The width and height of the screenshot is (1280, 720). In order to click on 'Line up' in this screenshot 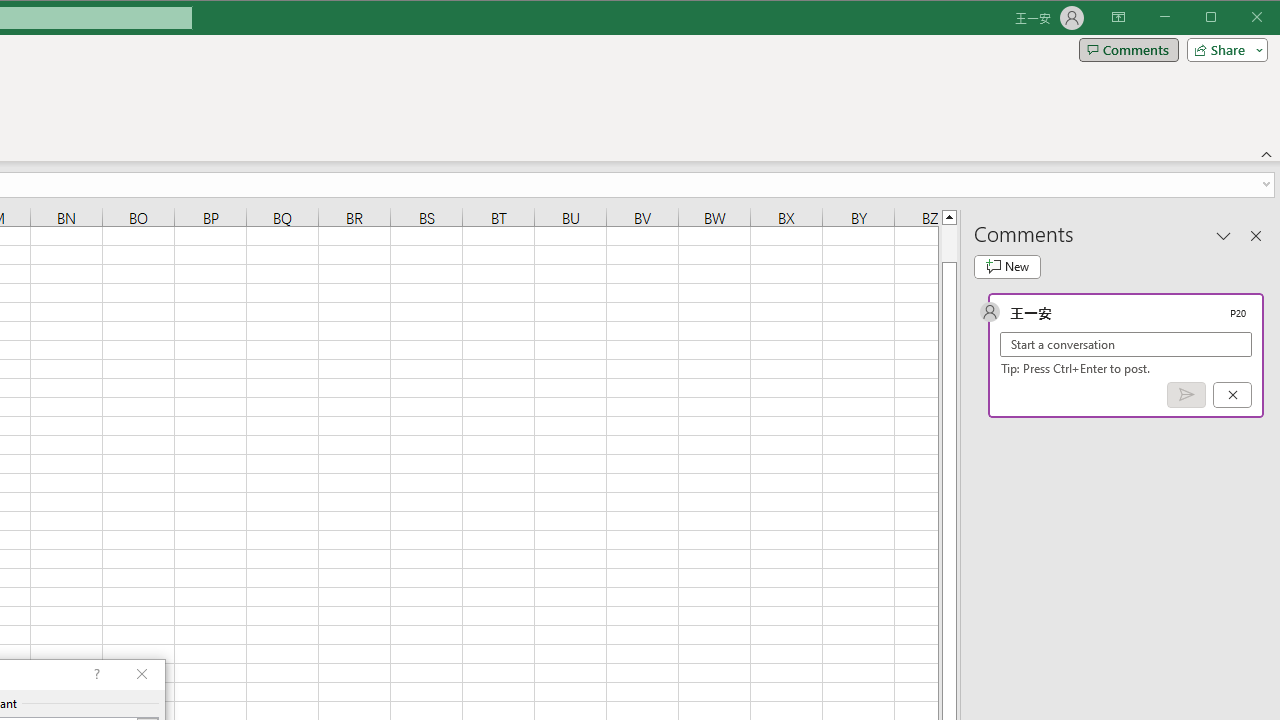, I will do `click(948, 216)`.